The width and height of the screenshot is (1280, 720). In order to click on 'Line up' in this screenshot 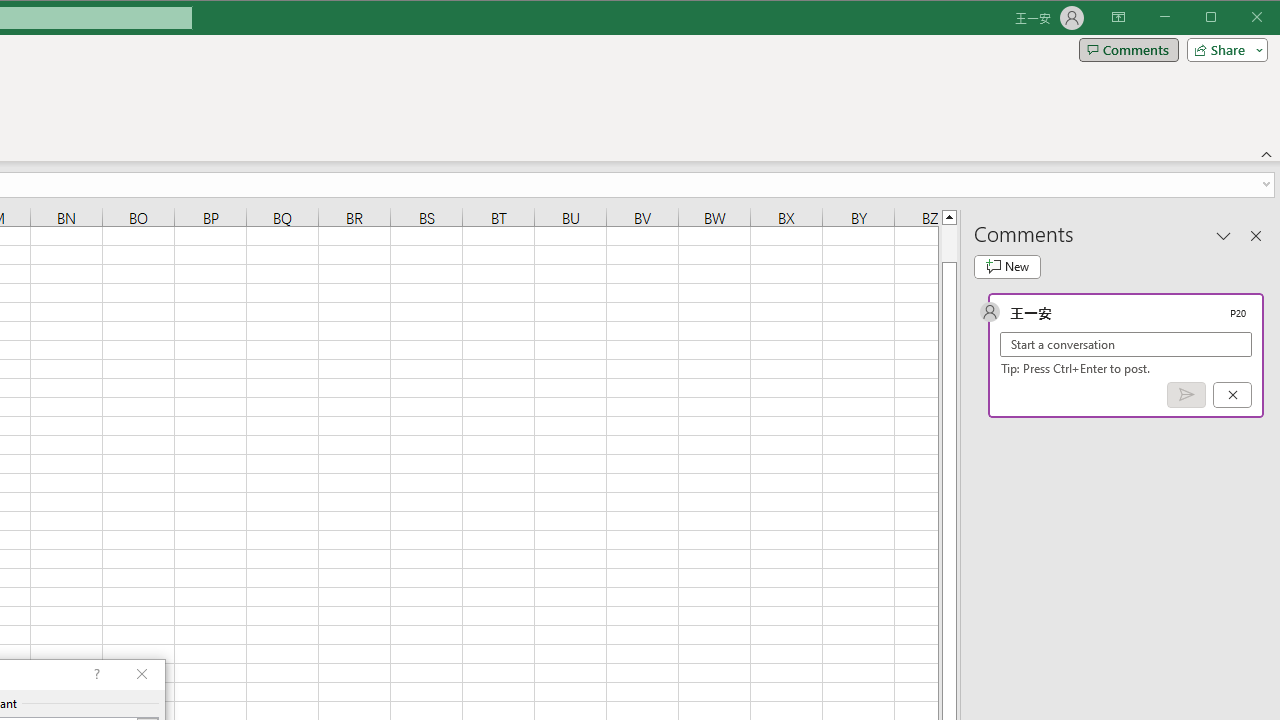, I will do `click(948, 216)`.